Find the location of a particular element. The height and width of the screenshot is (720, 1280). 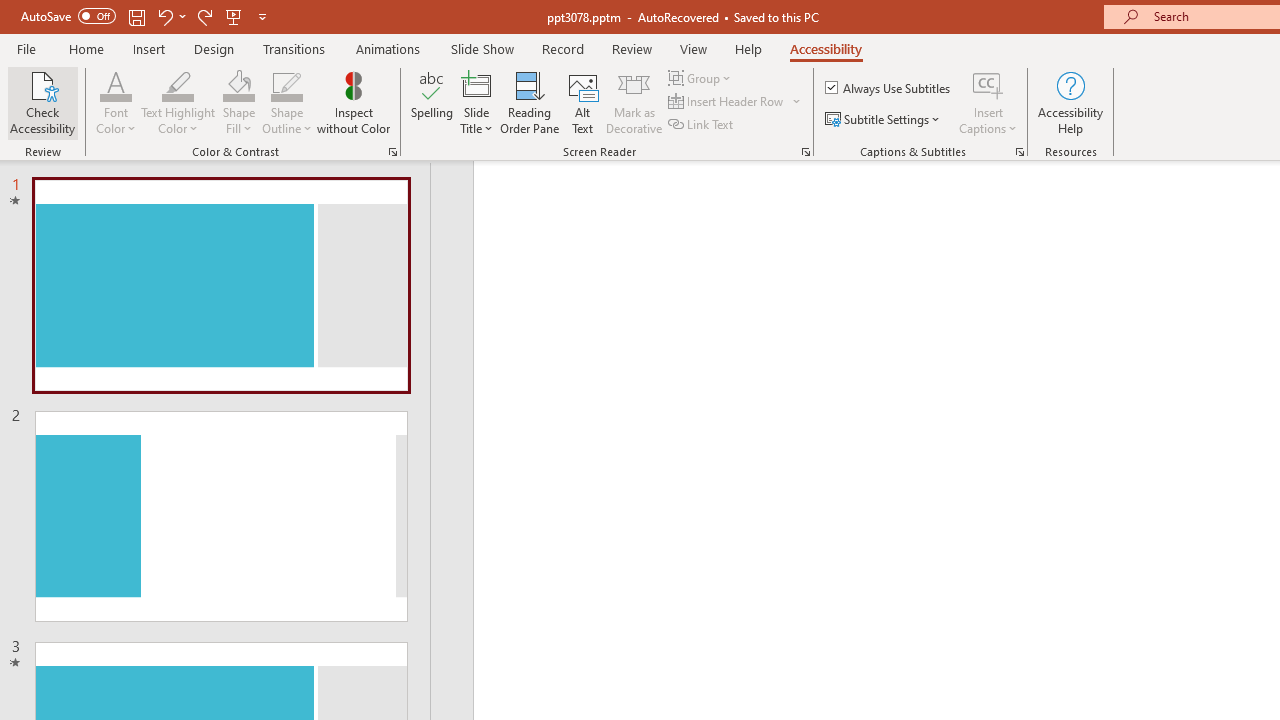

'Mark as Decorative' is located at coordinates (633, 103).